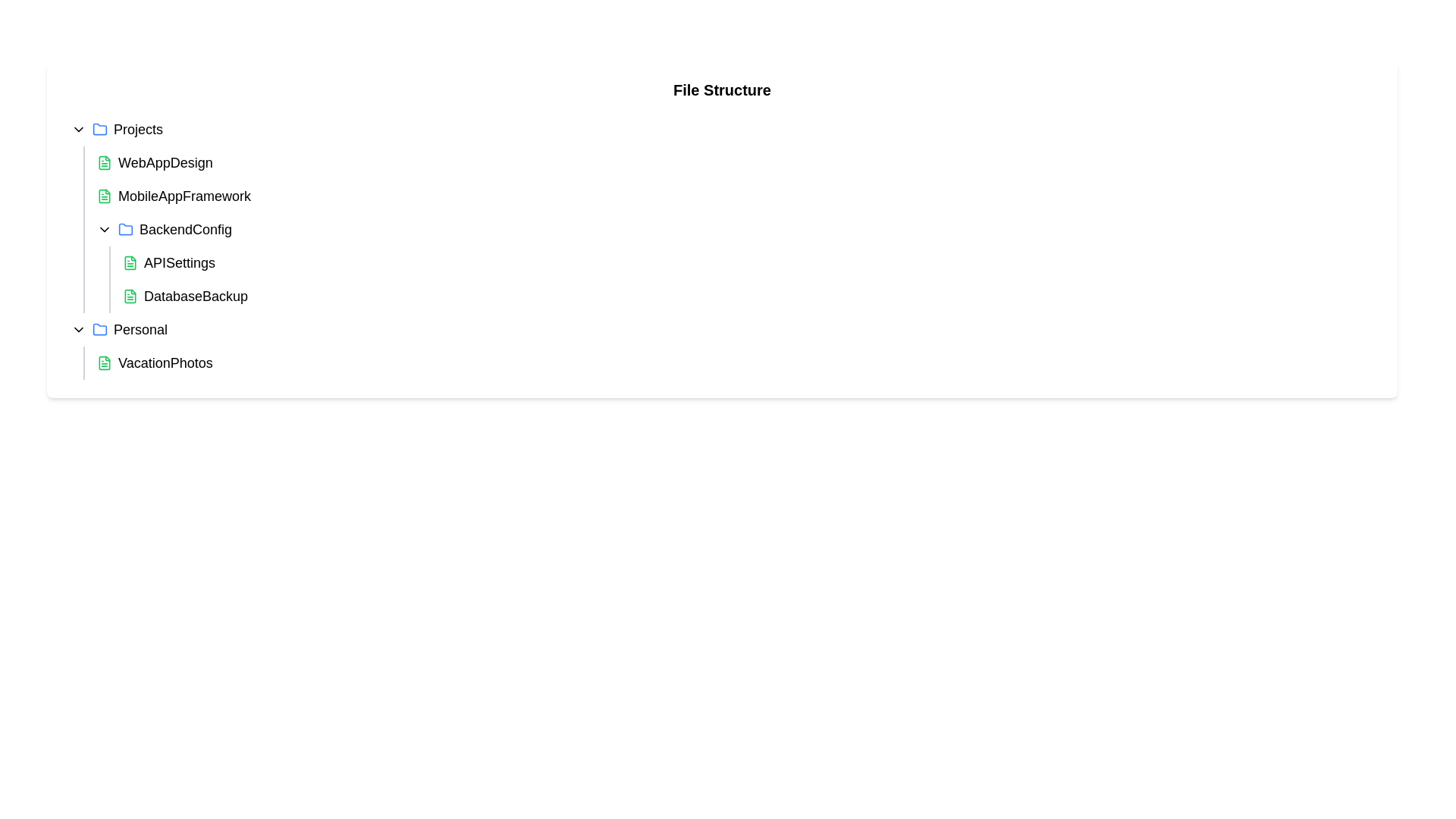  I want to click on the blue open folder icon located within the 'BackendConfig' item under 'Projects', positioned above the 'APISettings' and 'DatabaseBackup' files, so click(99, 128).